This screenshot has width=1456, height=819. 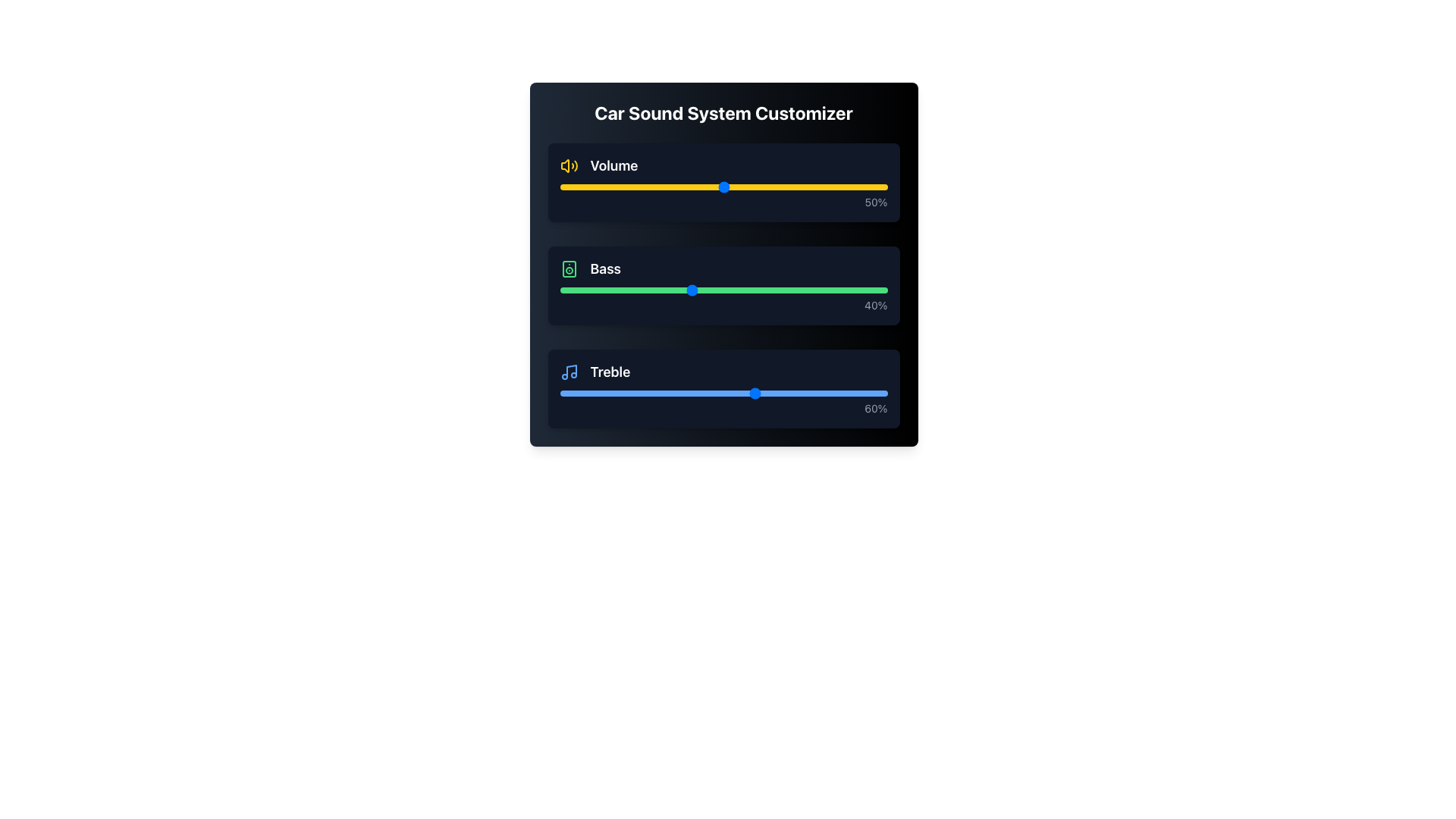 I want to click on the volume, so click(x=884, y=186).